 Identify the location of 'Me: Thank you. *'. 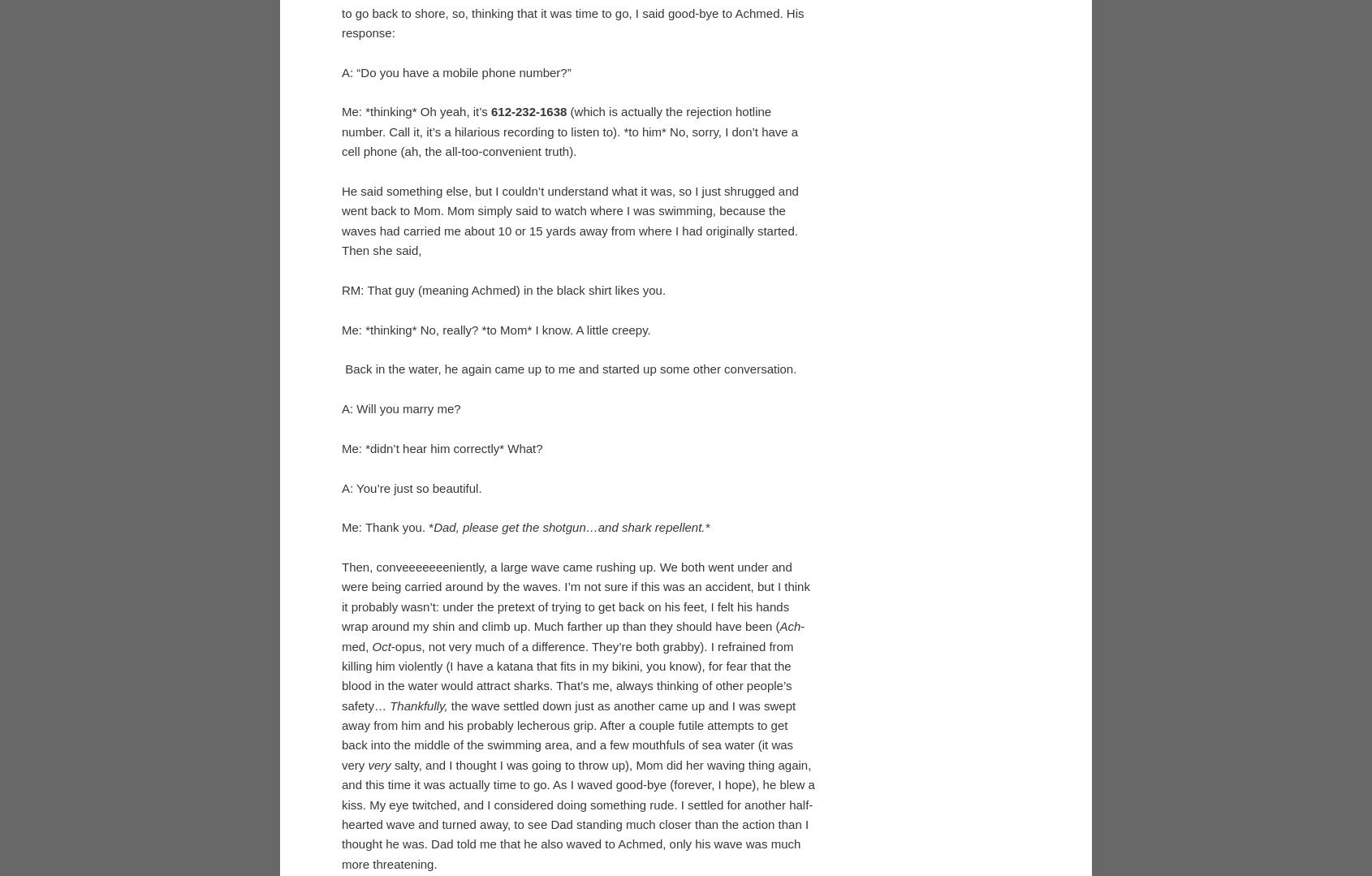
(340, 792).